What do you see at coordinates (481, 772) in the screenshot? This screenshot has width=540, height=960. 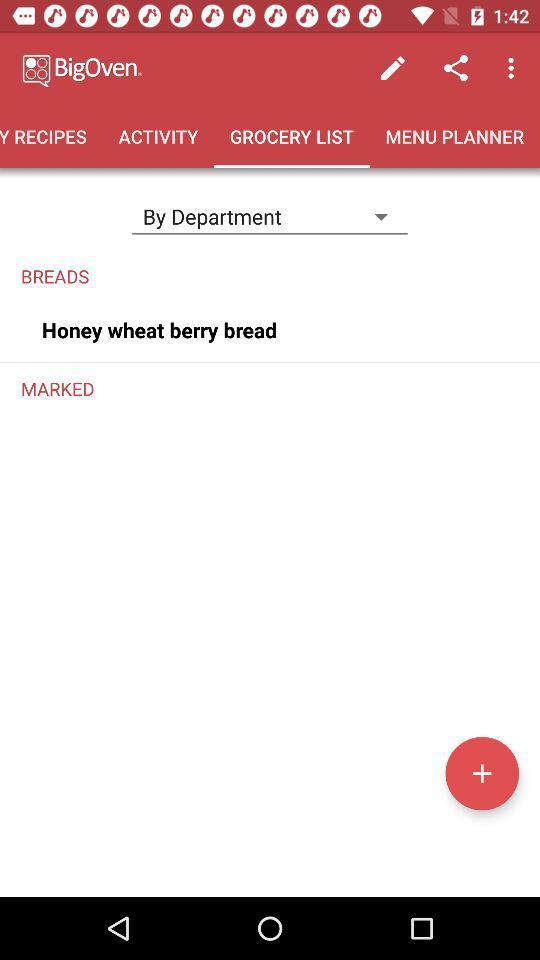 I see `the add icon` at bounding box center [481, 772].